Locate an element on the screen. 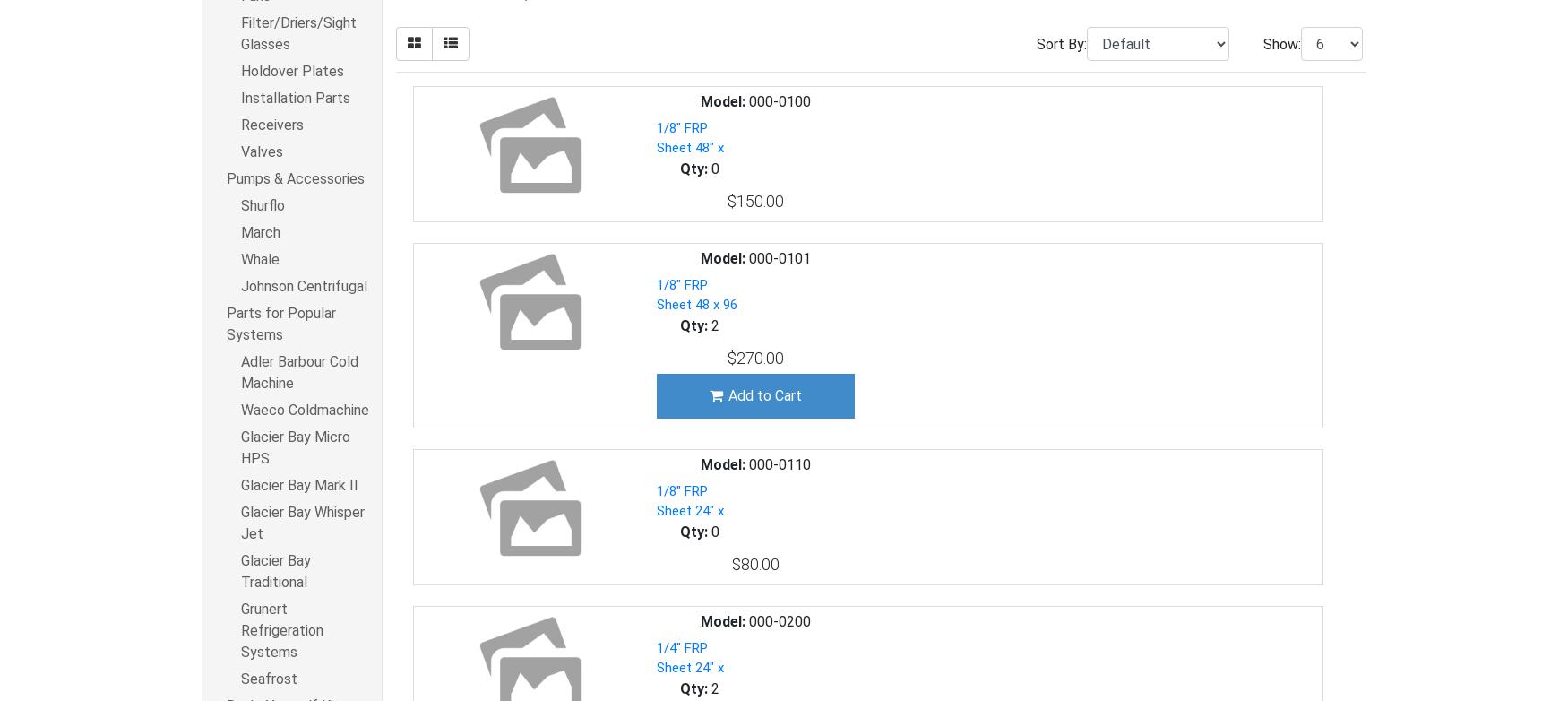  'Installation Parts' is located at coordinates (296, 98).